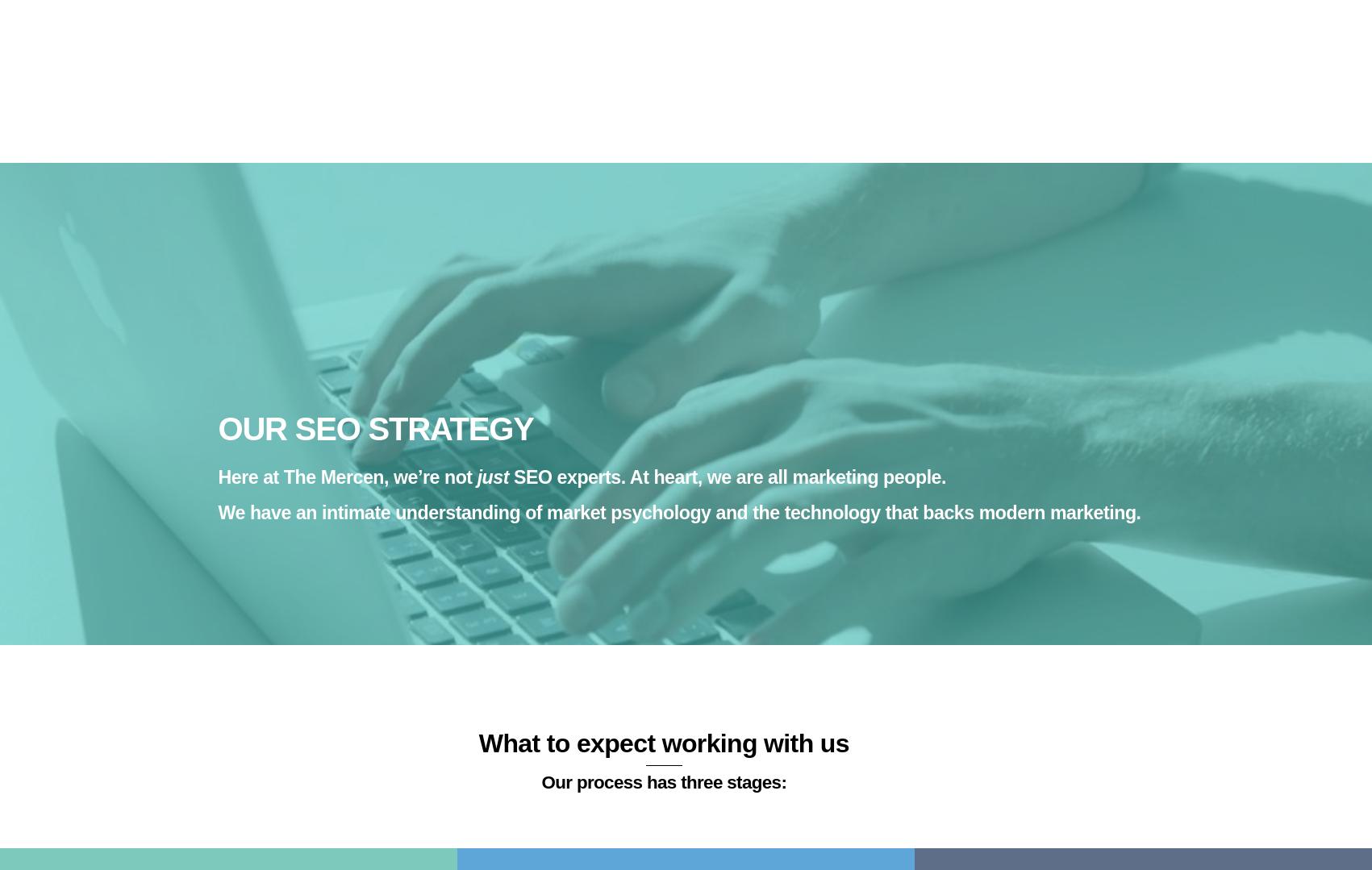 This screenshot has width=1372, height=870. I want to click on 'Implementation of design alteration recommendations', so click(390, 460).